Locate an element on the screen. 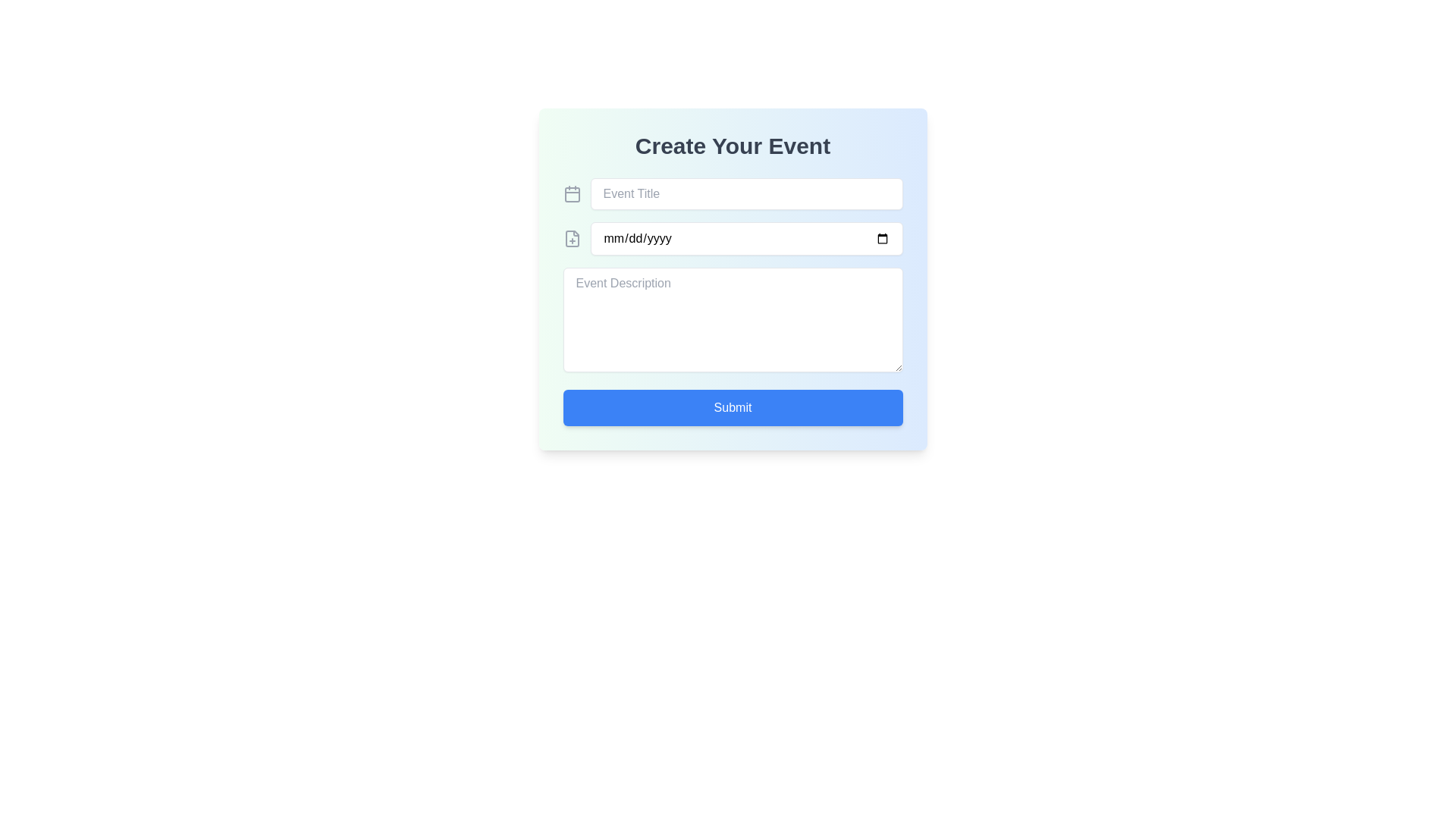 The width and height of the screenshot is (1456, 819). stylized document icon located to the left of the date input field labeled 'mm/dd/yyyy' for decoration or identifier purposes is located at coordinates (571, 239).